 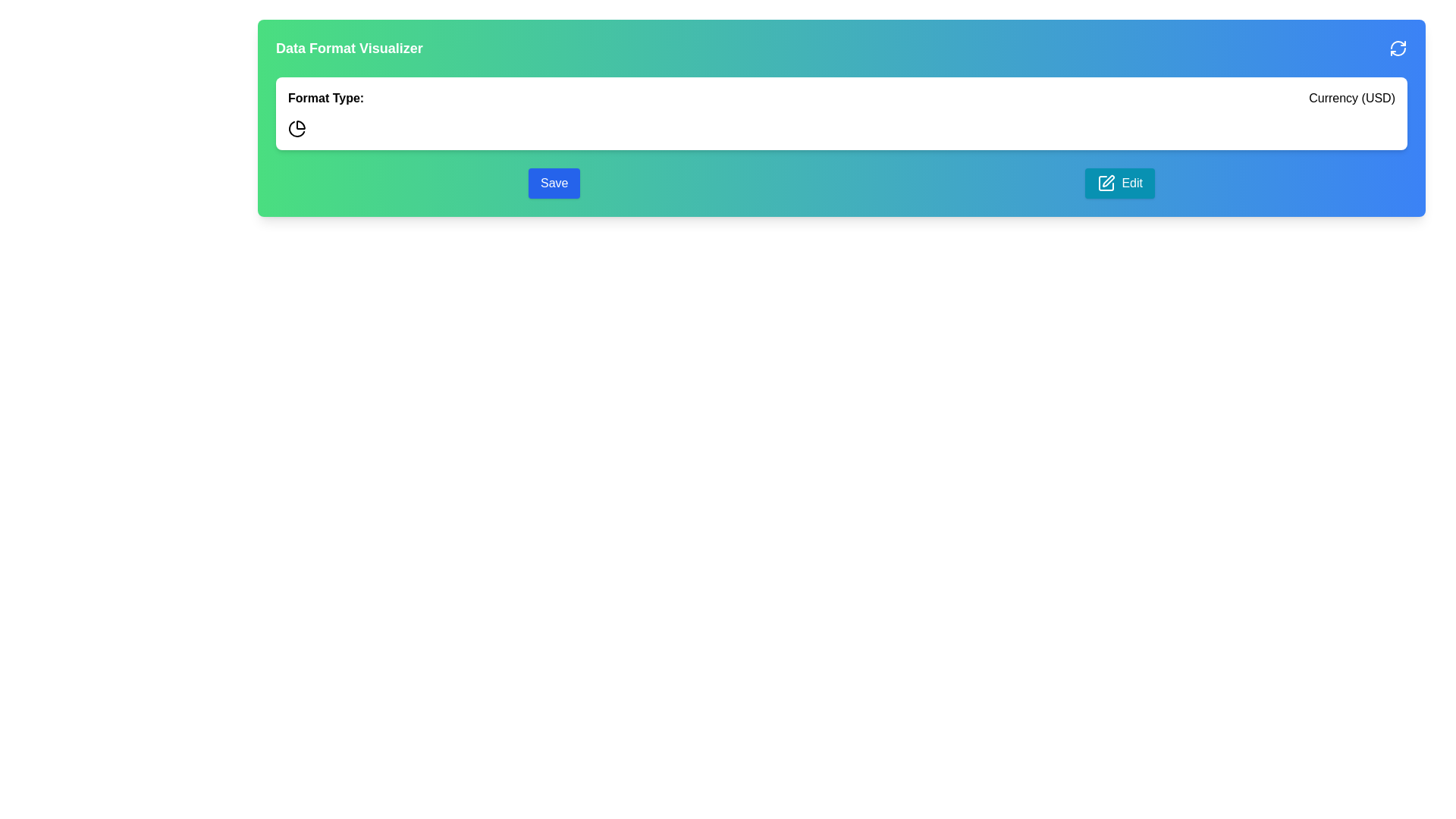 What do you see at coordinates (1106, 183) in the screenshot?
I see `the edit icon, which is a pictogram styled as a pen within a square, located to the left of the 'Edit' text in the lower-right area of the main layout` at bounding box center [1106, 183].